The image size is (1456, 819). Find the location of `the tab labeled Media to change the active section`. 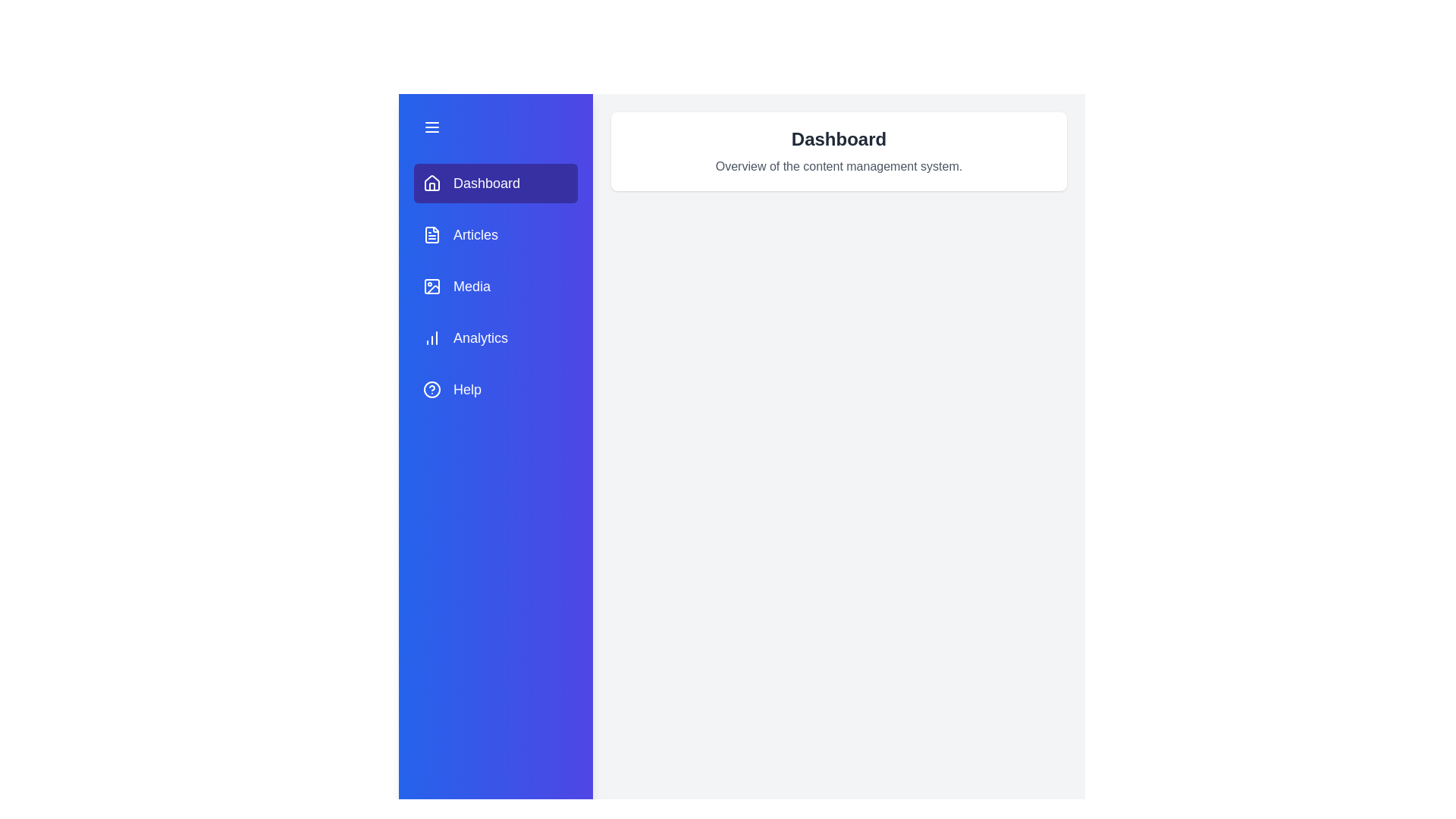

the tab labeled Media to change the active section is located at coordinates (495, 287).